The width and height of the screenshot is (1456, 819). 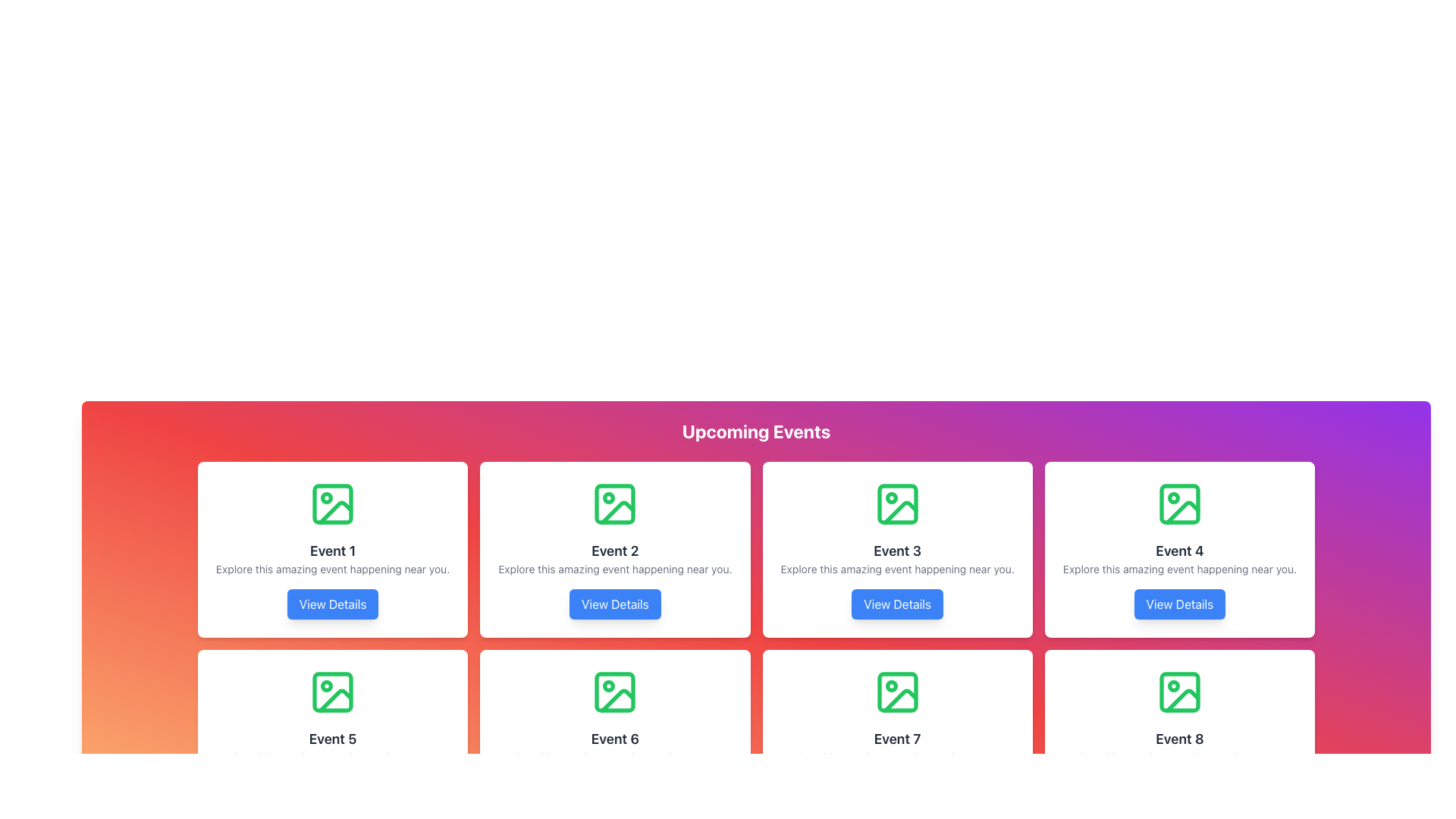 What do you see at coordinates (1172, 497) in the screenshot?
I see `the decorative circle graphic marker located in the top-right corner of the image icon on the fourth card of the grid layout` at bounding box center [1172, 497].